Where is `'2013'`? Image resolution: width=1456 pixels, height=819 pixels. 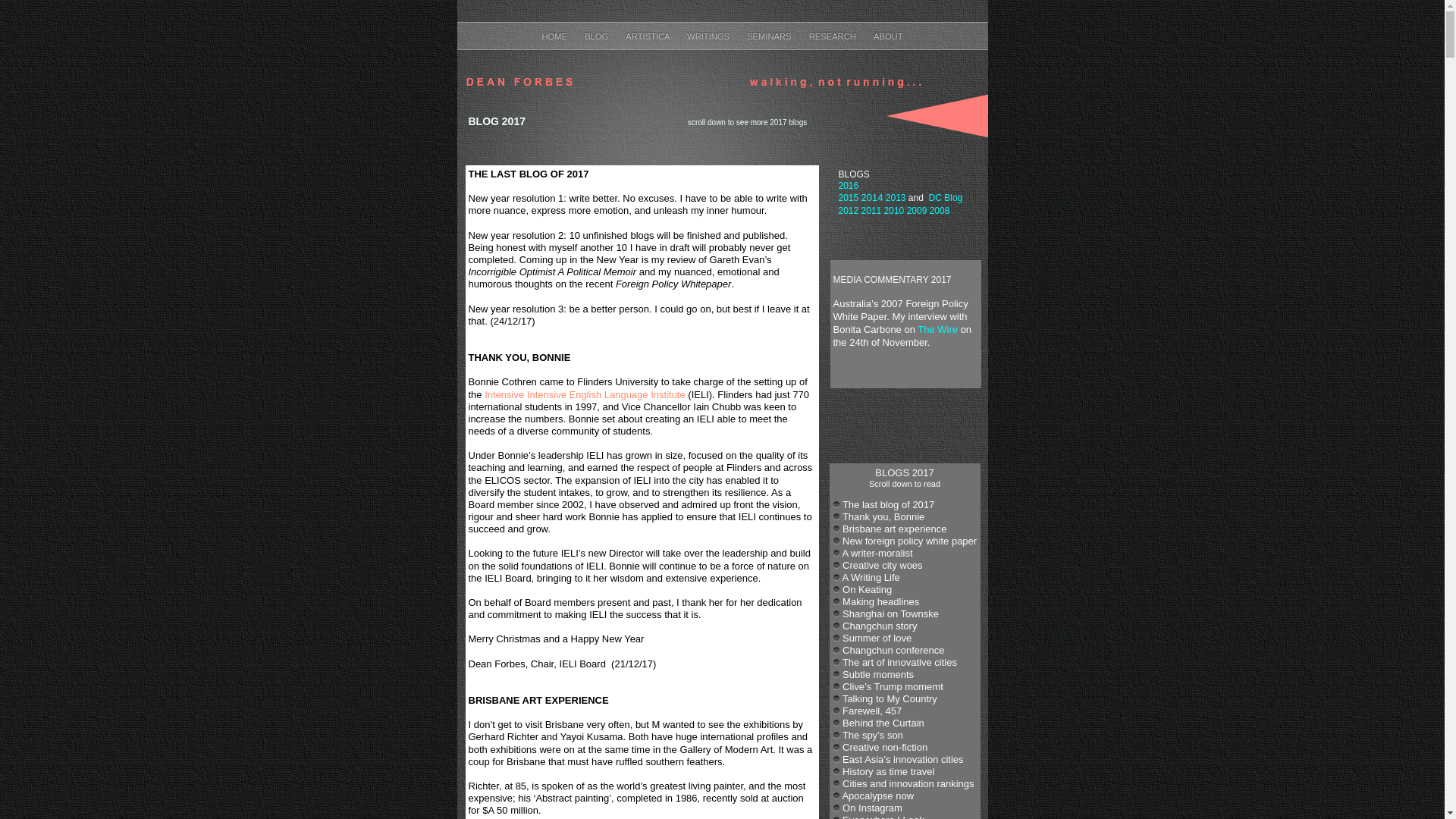
'2013' is located at coordinates (896, 197).